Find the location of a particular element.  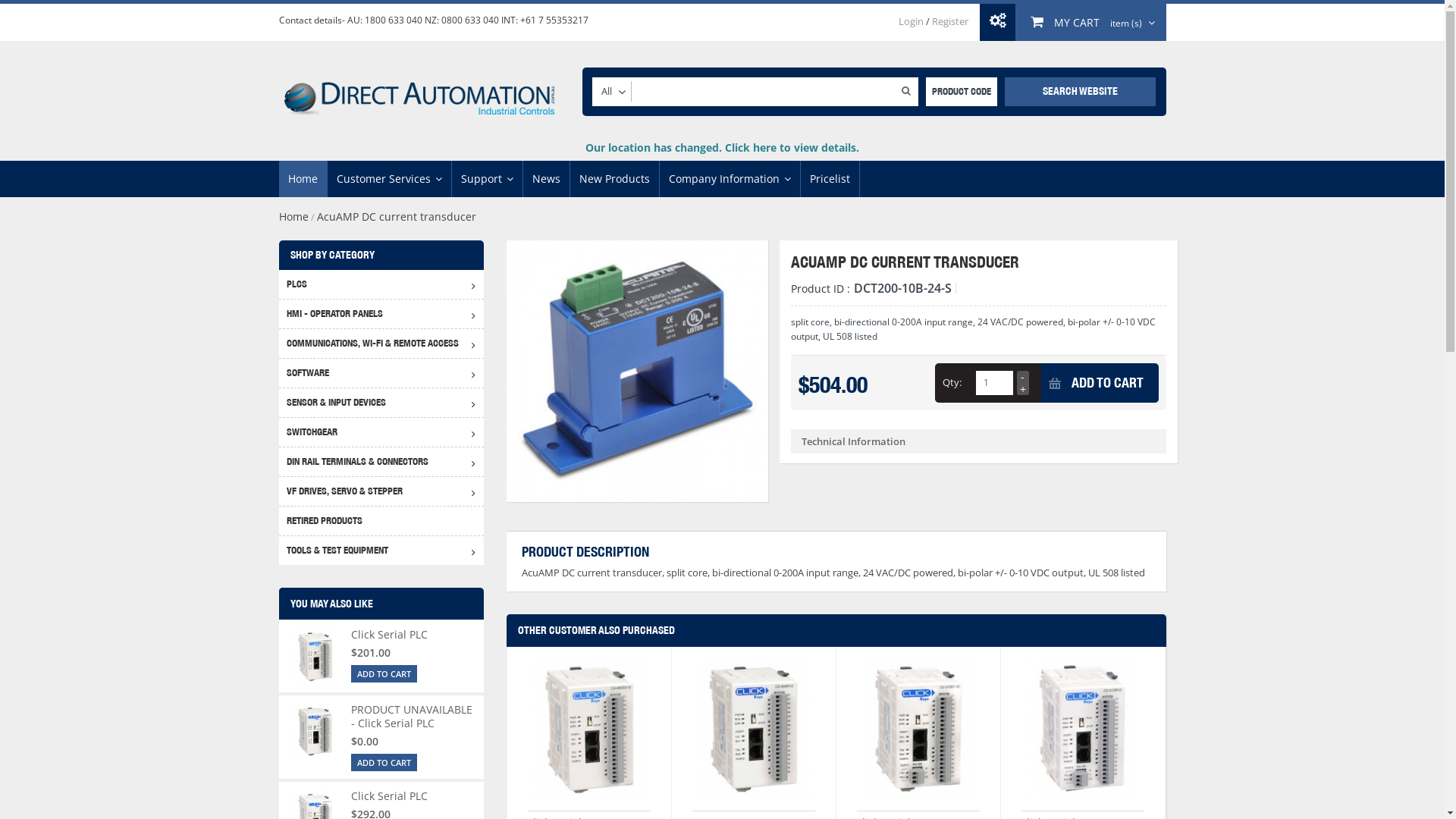

'TOOLS & TEST EQUIPMENT' is located at coordinates (381, 550).